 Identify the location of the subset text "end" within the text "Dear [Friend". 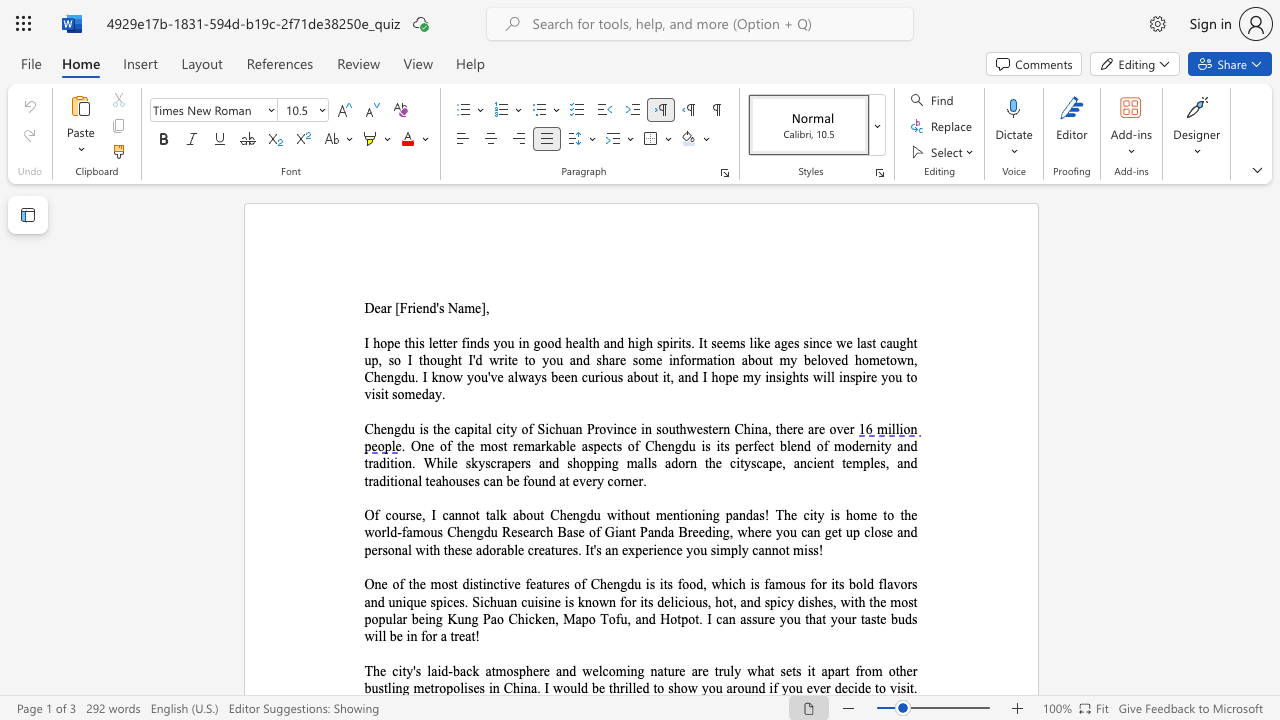
(415, 308).